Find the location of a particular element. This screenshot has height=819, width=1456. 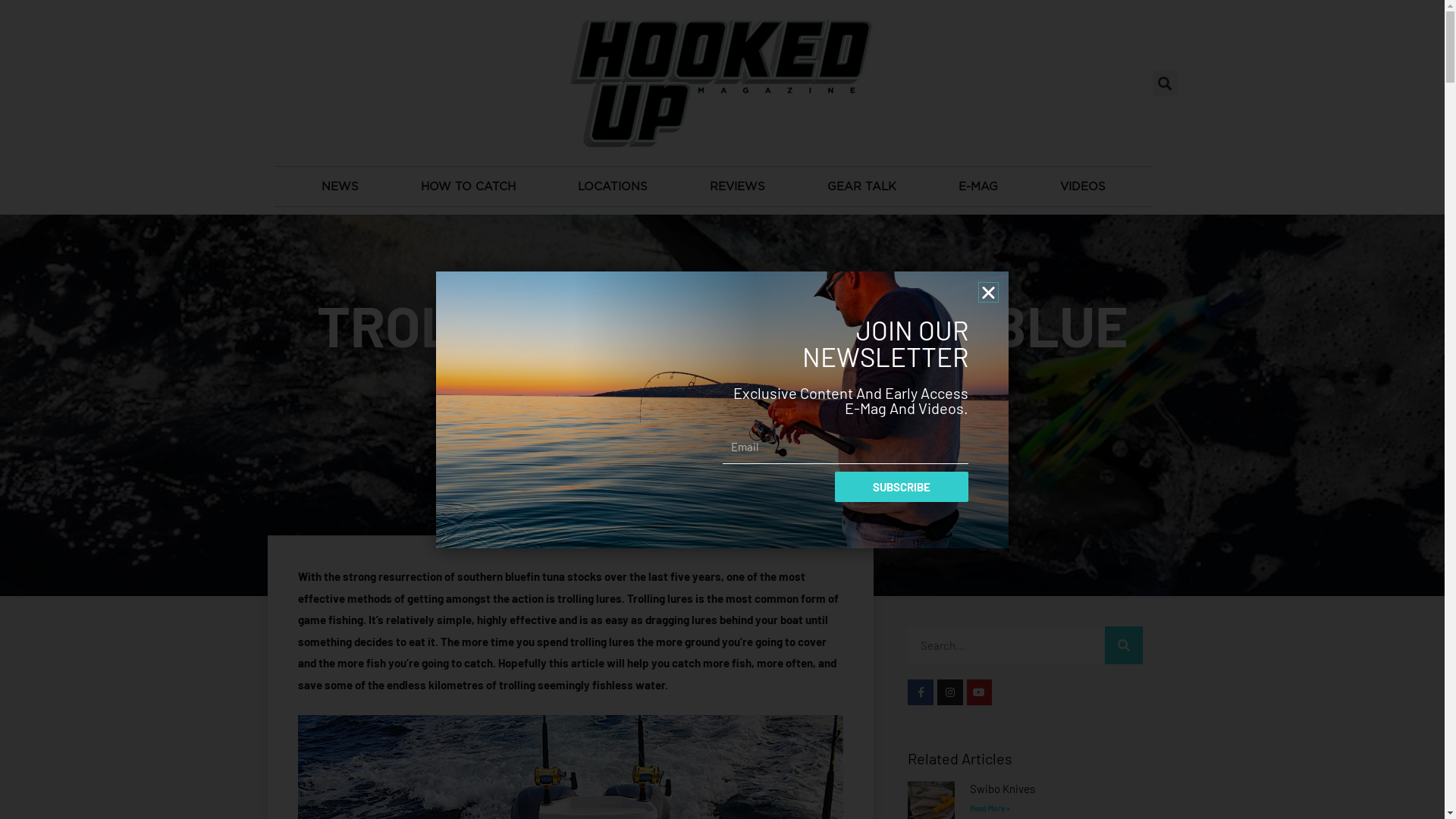

'REVIEWS' is located at coordinates (676, 186).